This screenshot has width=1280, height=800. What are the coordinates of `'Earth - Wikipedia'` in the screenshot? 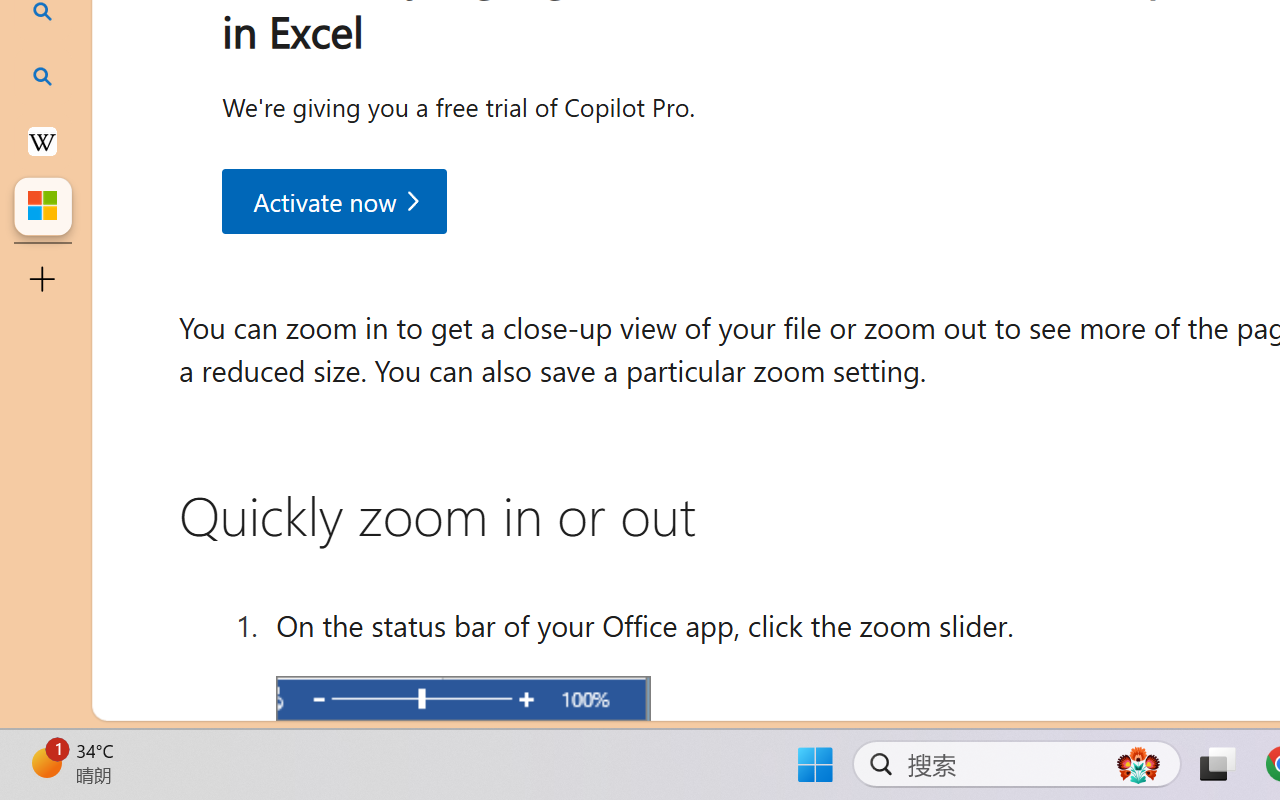 It's located at (42, 140).